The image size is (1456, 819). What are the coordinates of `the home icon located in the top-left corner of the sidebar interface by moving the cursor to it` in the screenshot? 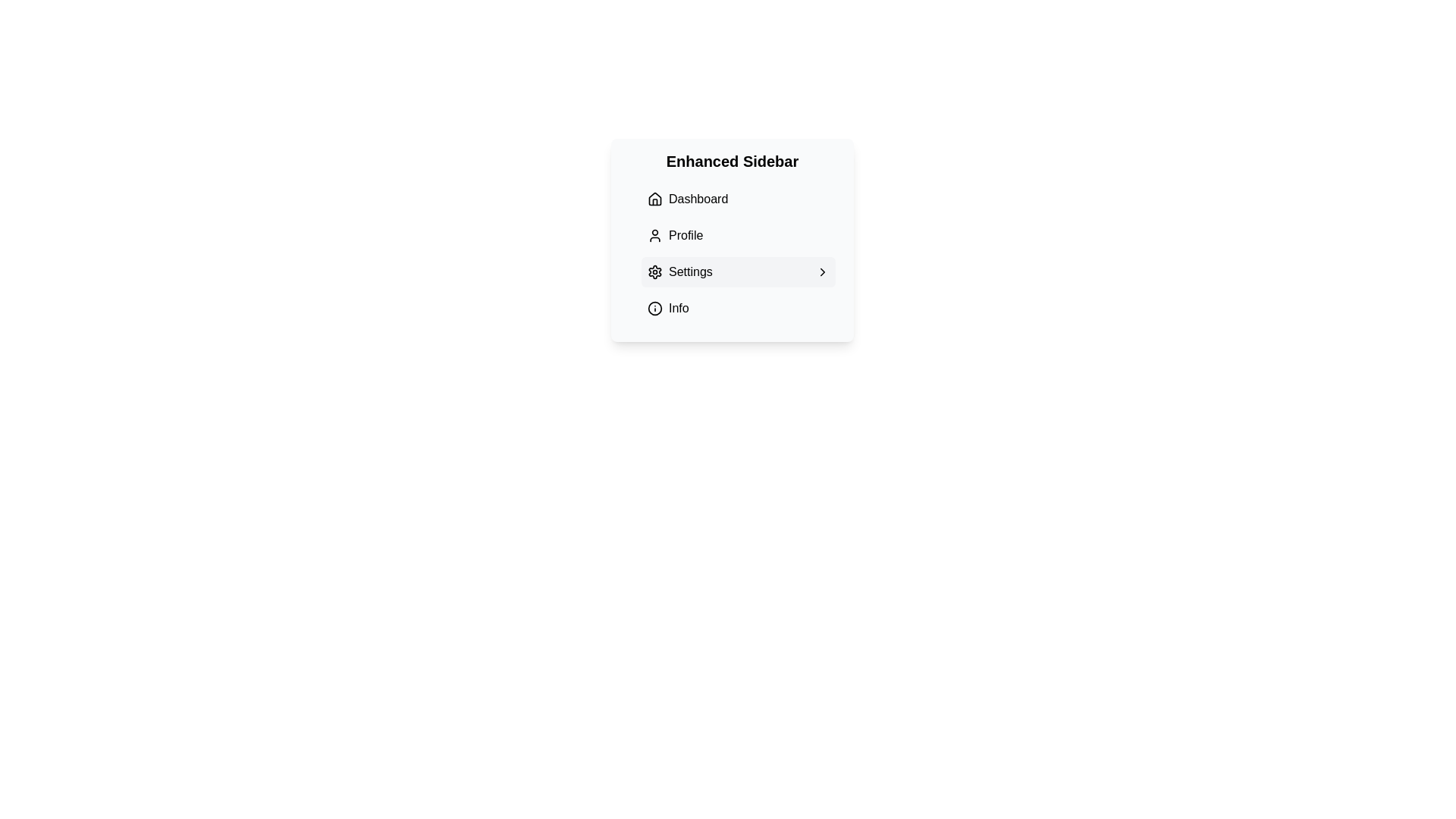 It's located at (655, 198).